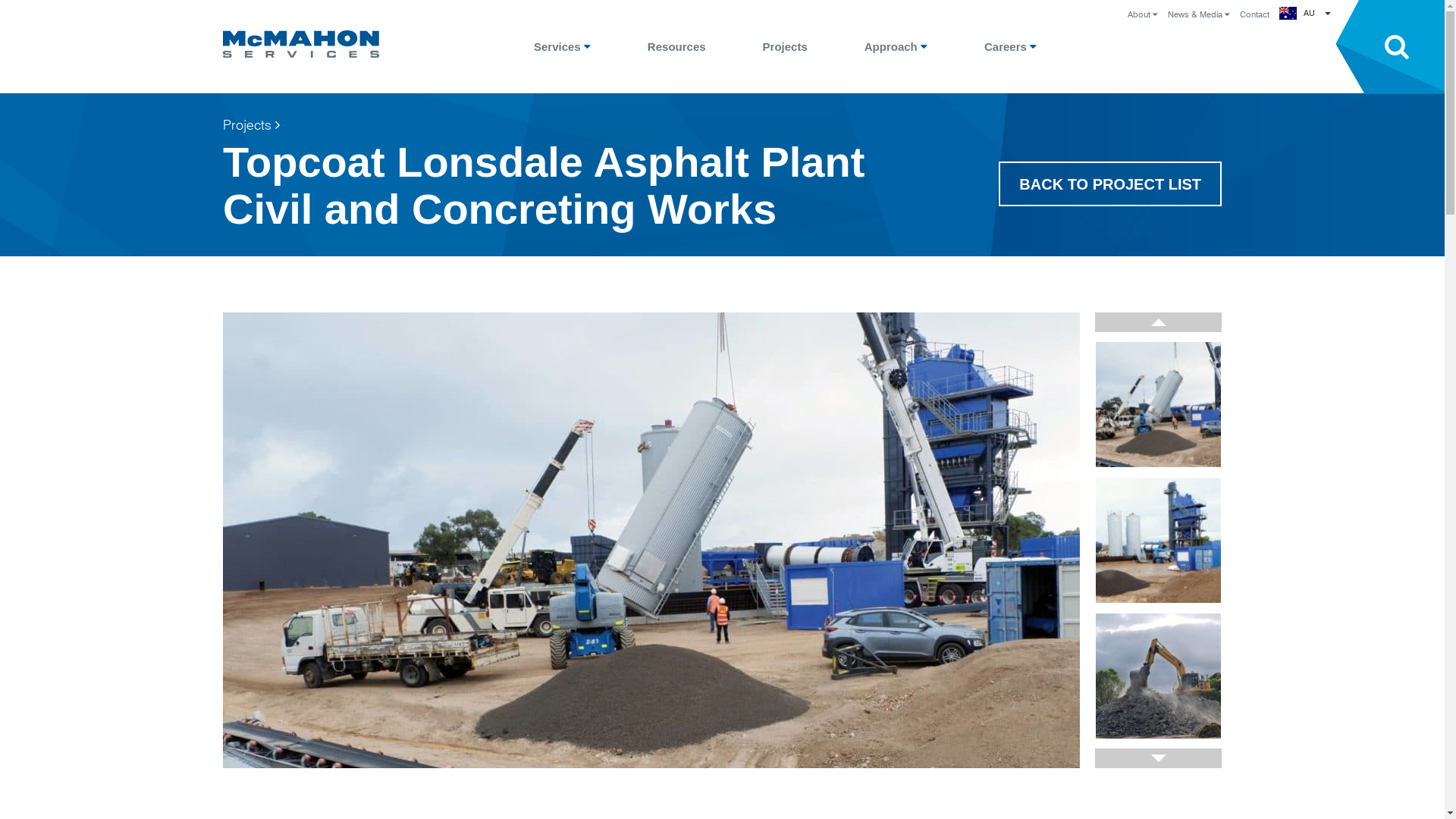  I want to click on 'Contact', so click(1254, 15).